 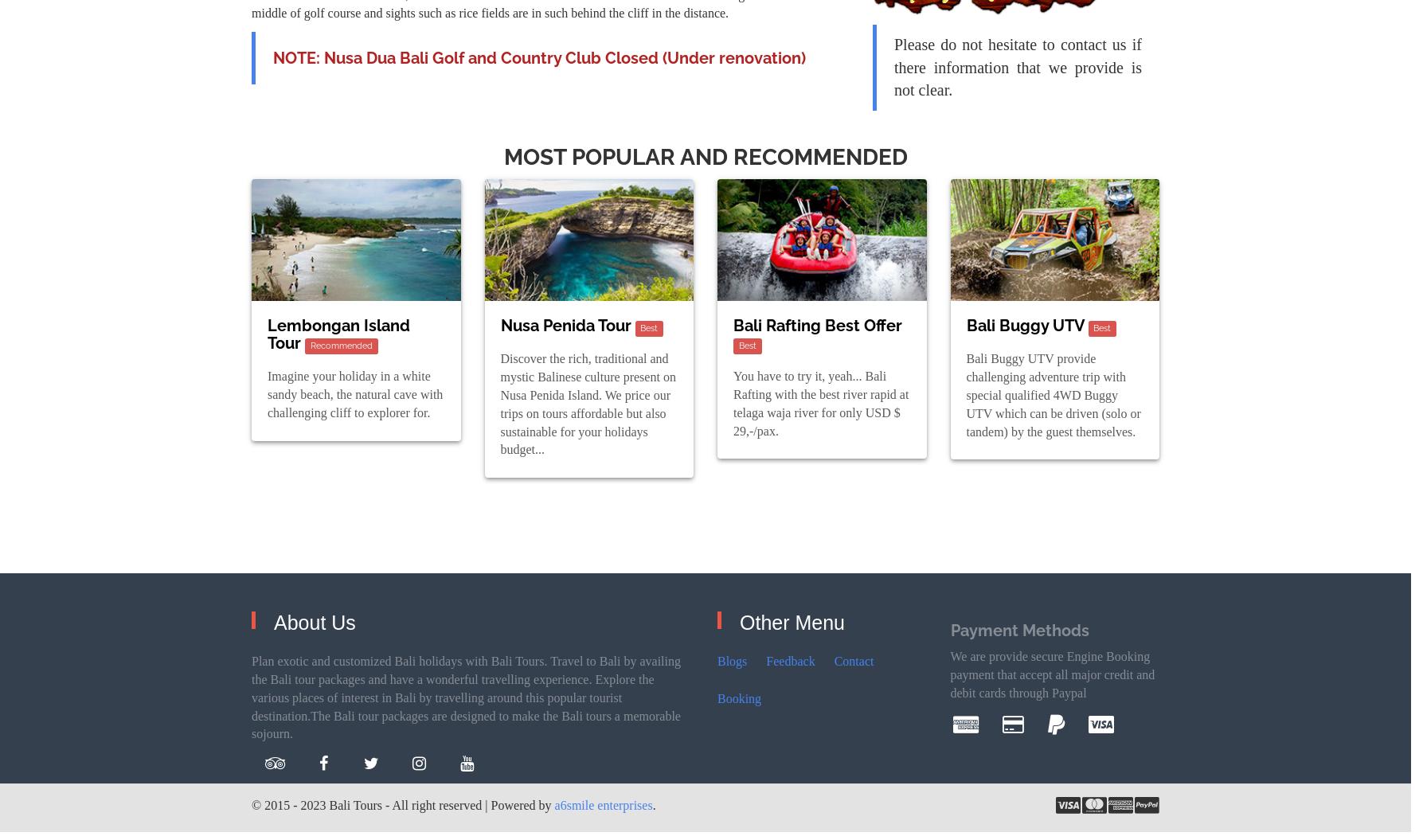 What do you see at coordinates (653, 804) in the screenshot?
I see `'.'` at bounding box center [653, 804].